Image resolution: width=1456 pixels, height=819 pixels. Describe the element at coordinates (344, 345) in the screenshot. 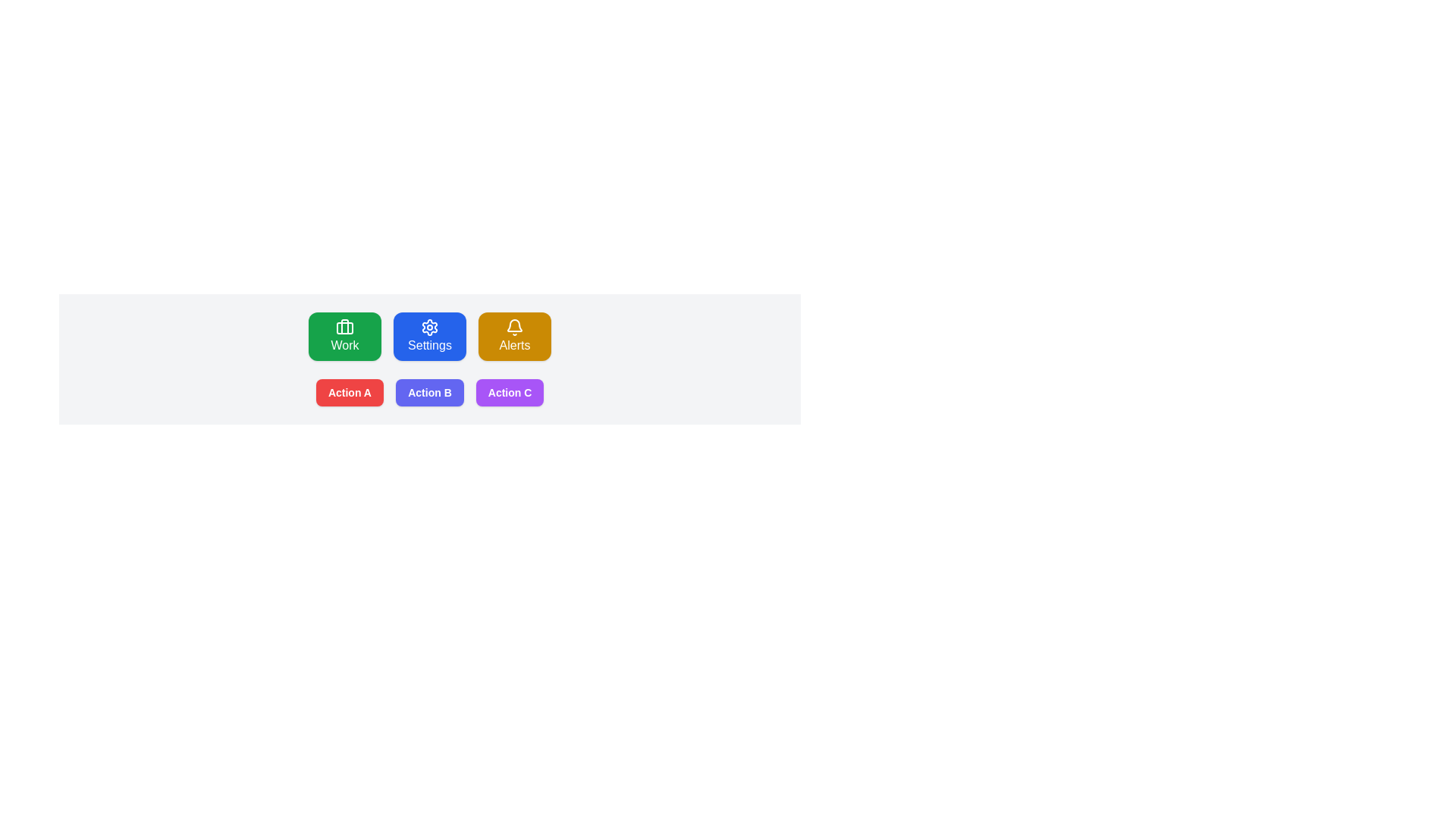

I see `the Text label within the 'Work' button, which is positioned at the bottom of the button and serves as its label` at that location.